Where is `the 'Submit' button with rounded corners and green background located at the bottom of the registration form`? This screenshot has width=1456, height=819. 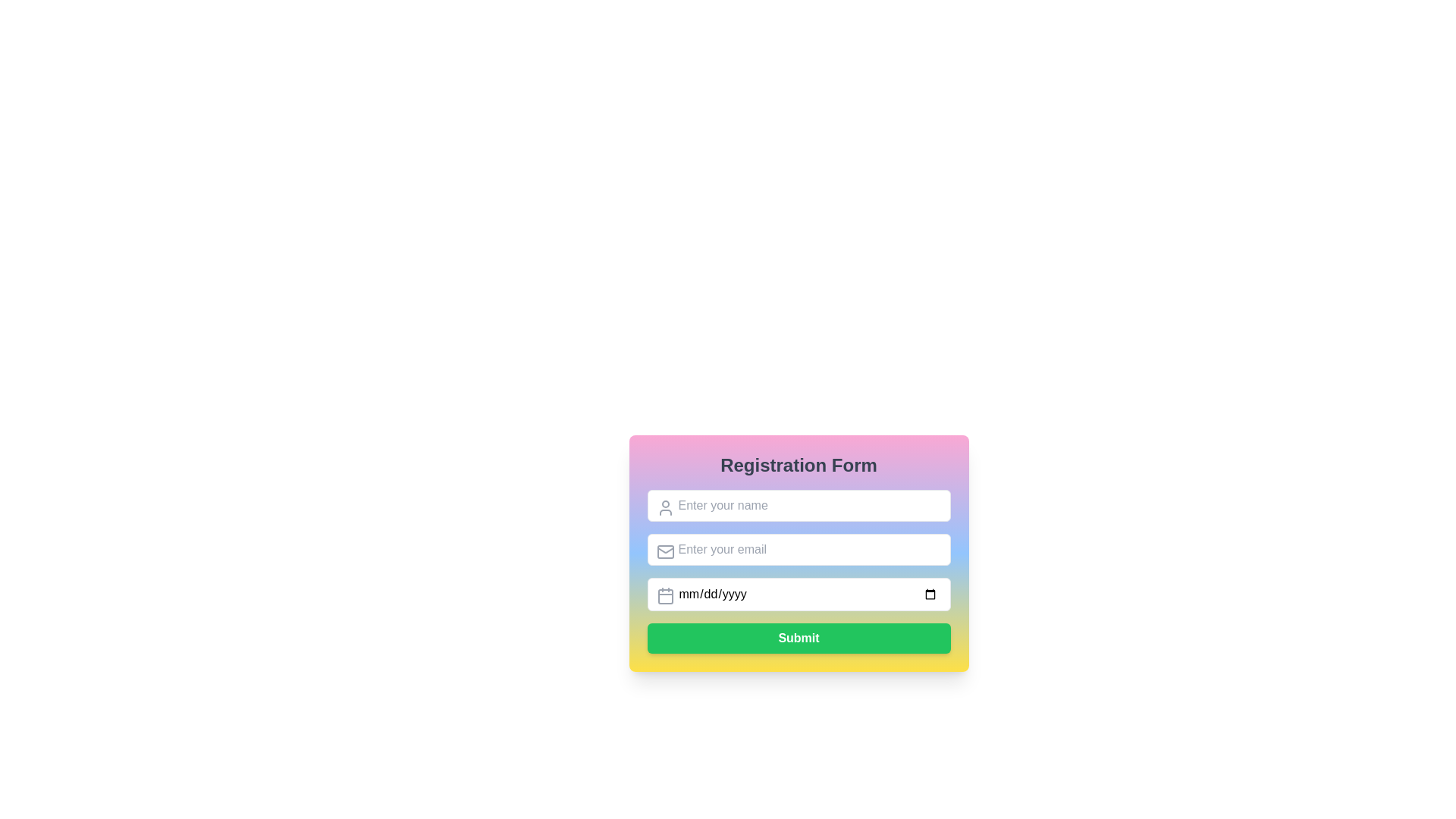 the 'Submit' button with rounded corners and green background located at the bottom of the registration form is located at coordinates (798, 638).